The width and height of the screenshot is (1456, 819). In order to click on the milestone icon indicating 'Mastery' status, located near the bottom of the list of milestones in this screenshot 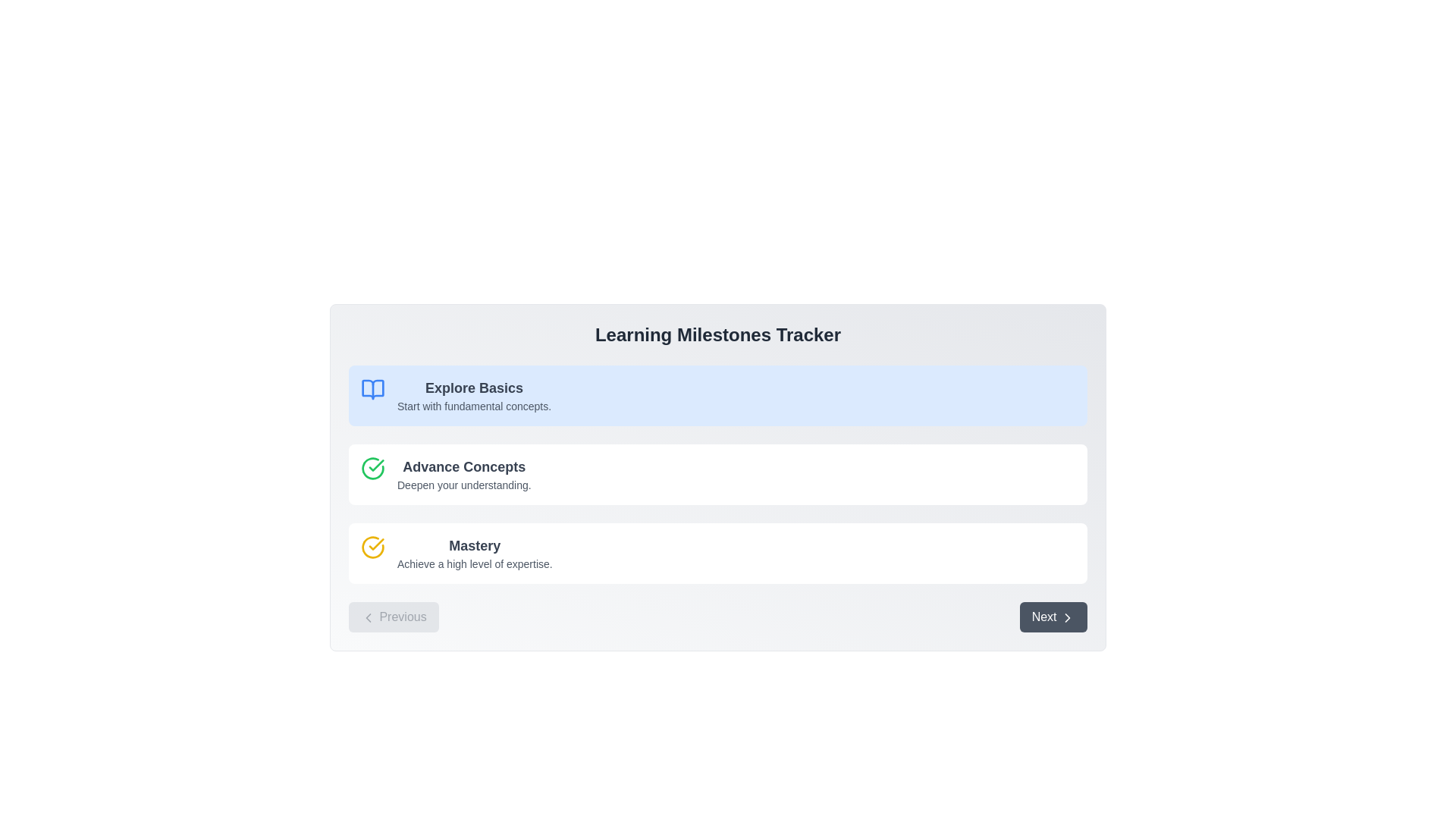, I will do `click(372, 547)`.